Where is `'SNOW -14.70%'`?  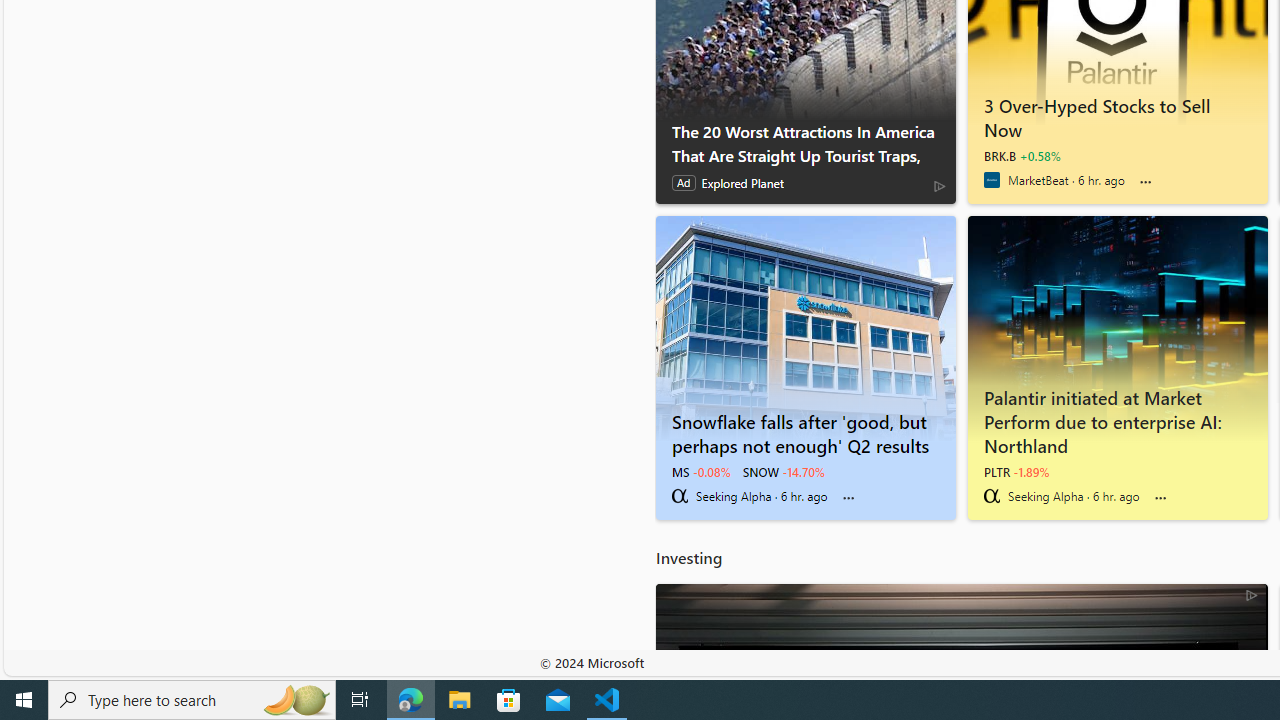 'SNOW -14.70%' is located at coordinates (783, 471).